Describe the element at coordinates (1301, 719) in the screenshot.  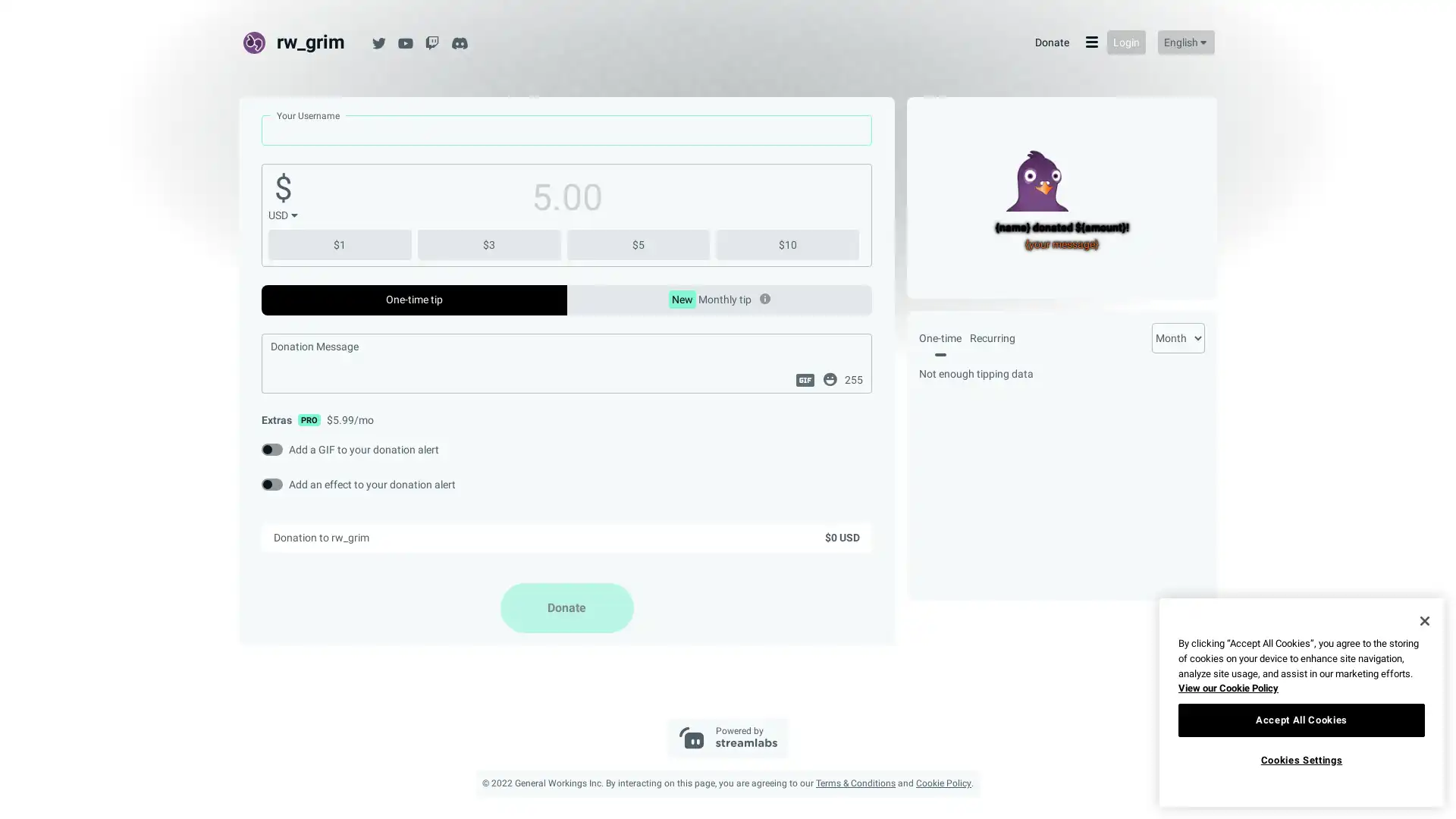
I see `Accept All Cookies` at that location.